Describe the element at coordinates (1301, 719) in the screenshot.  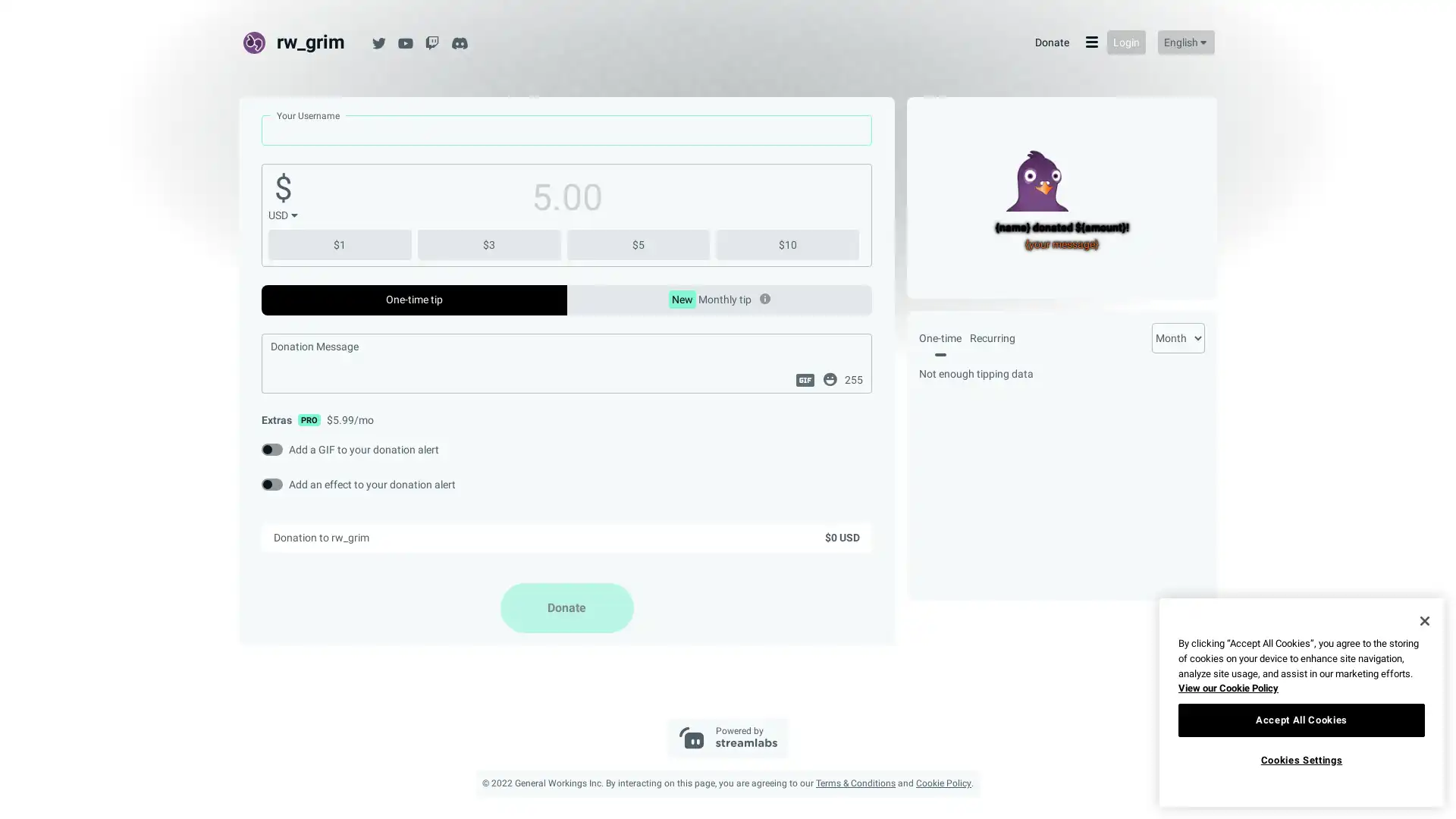
I see `Accept All Cookies` at that location.